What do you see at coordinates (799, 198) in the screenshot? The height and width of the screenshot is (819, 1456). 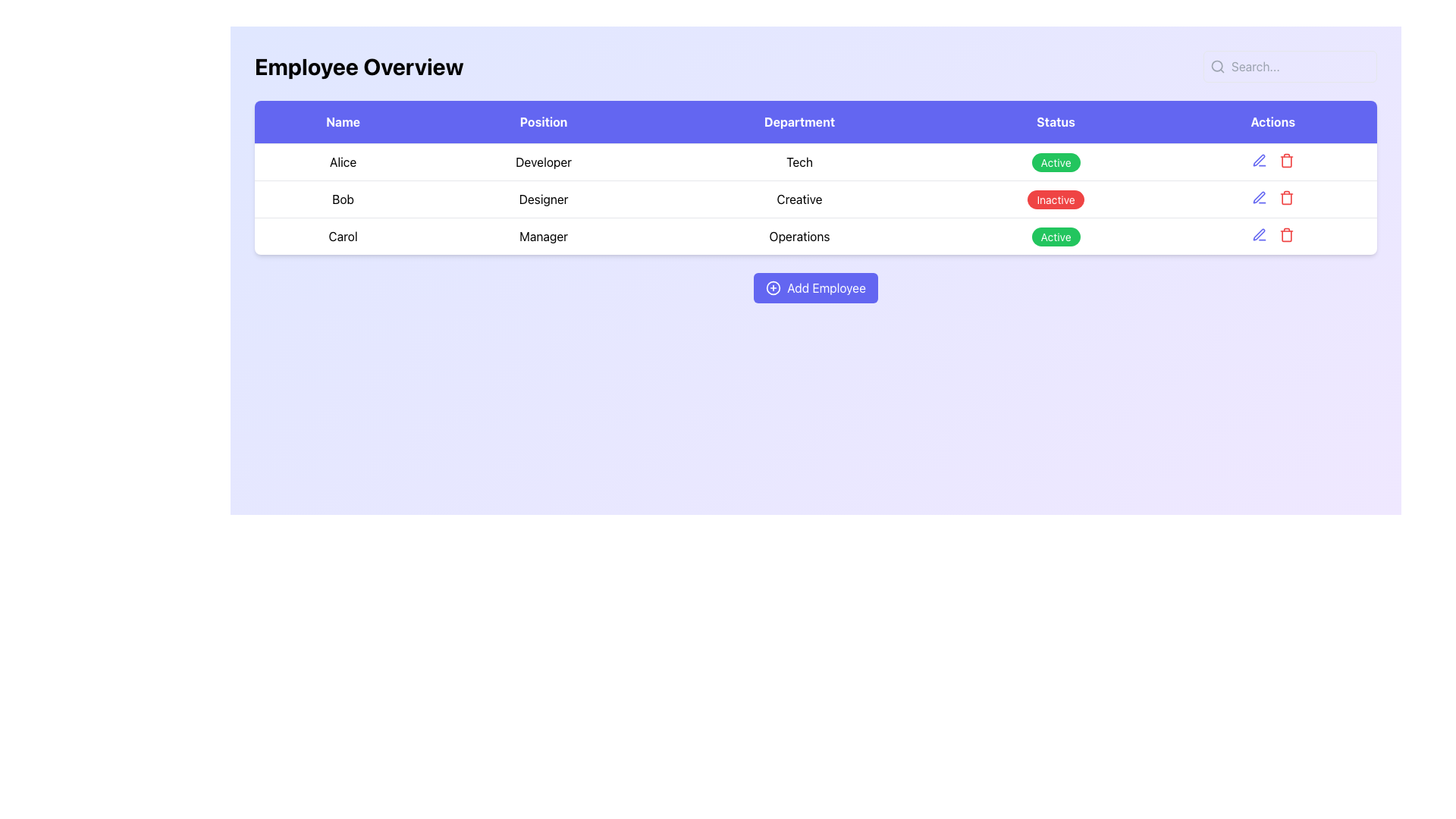 I see `the text label 'Creative' in the 'Department' column of the table row corresponding to 'Bob', who is a 'Designer'` at bounding box center [799, 198].